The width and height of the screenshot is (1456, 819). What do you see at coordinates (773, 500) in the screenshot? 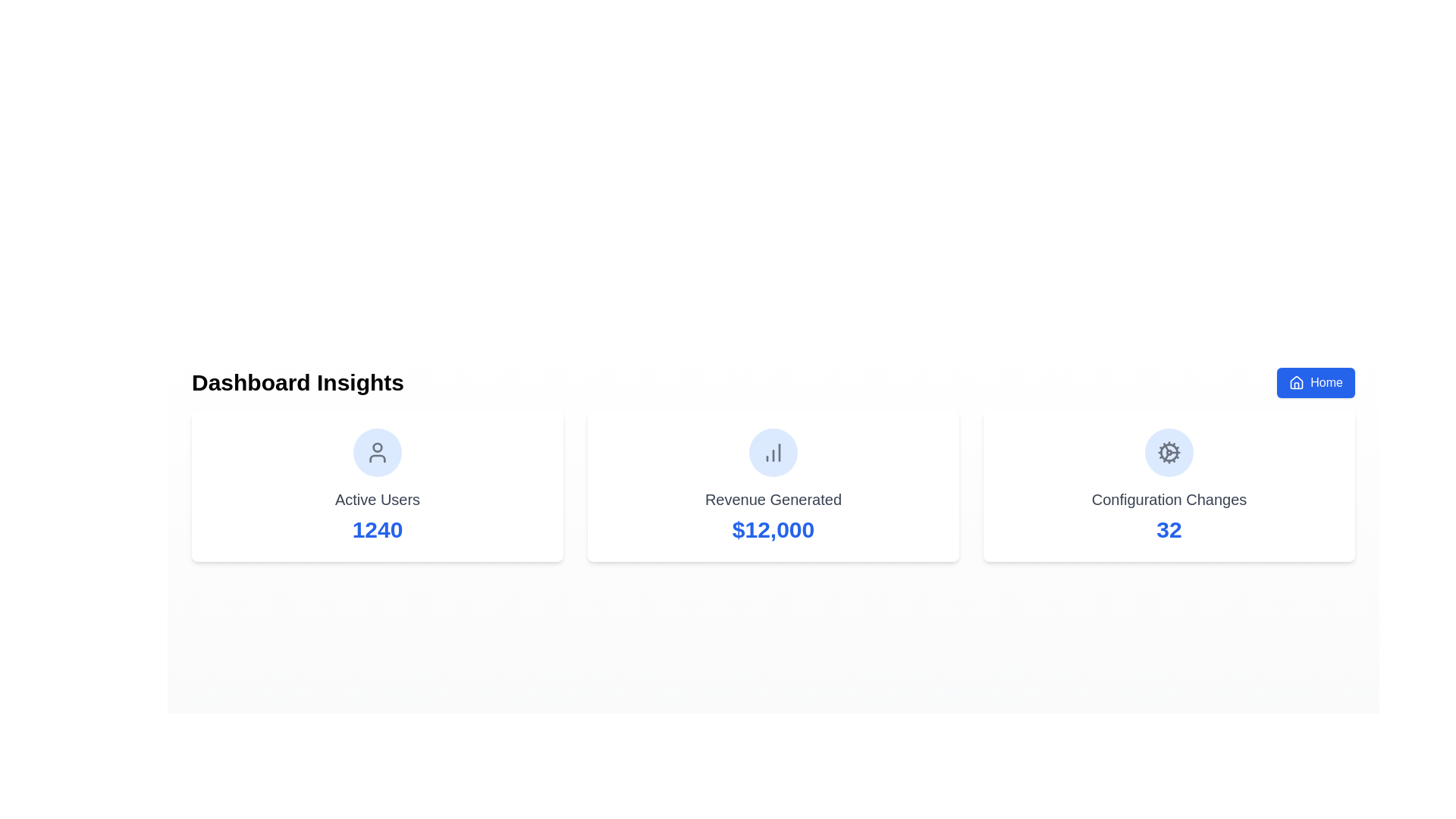
I see `the Text Label that indicates the type of information presented in the card, which represents the revenue generated` at bounding box center [773, 500].